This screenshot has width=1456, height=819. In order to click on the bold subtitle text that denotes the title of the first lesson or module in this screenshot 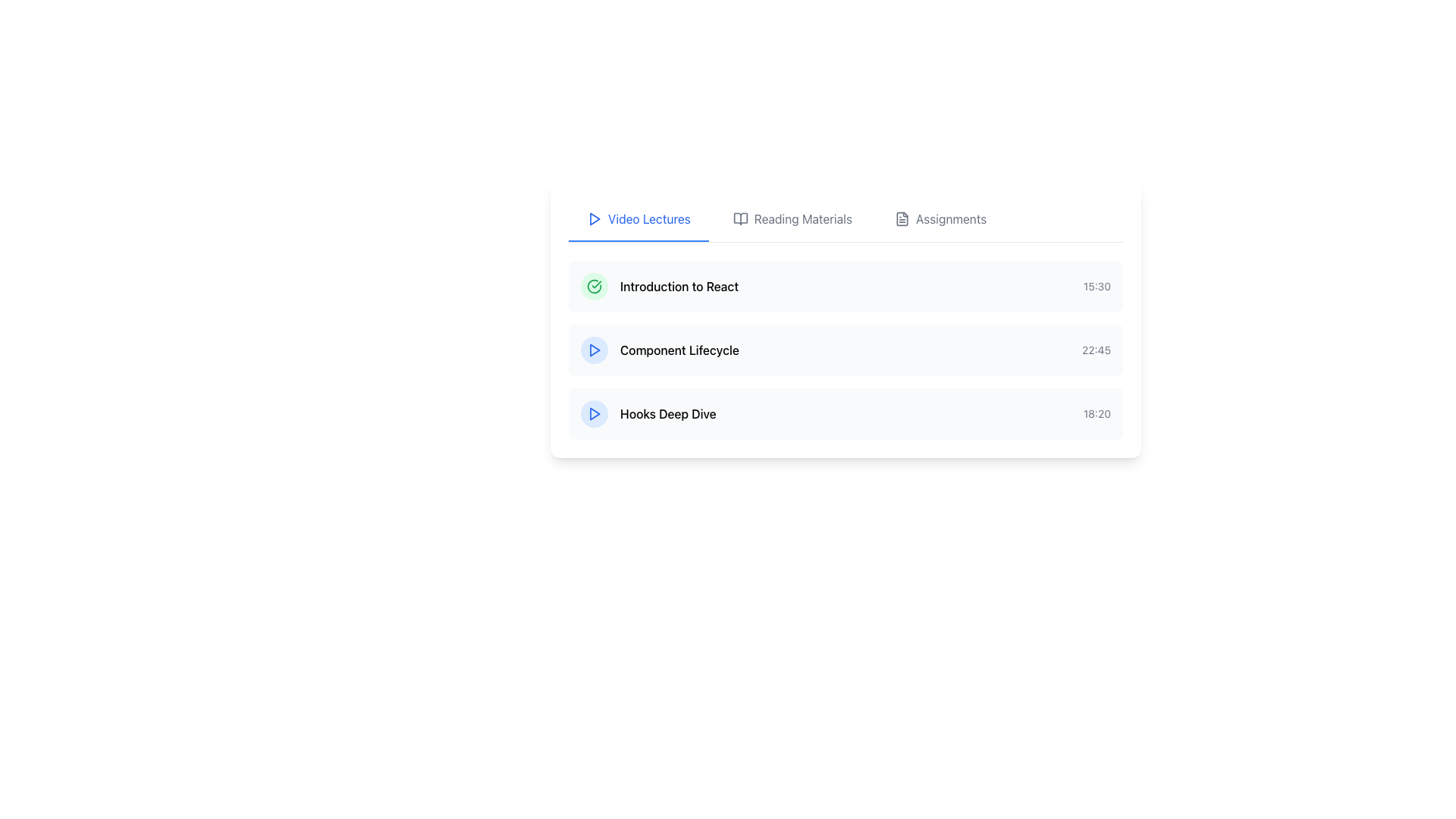, I will do `click(679, 287)`.